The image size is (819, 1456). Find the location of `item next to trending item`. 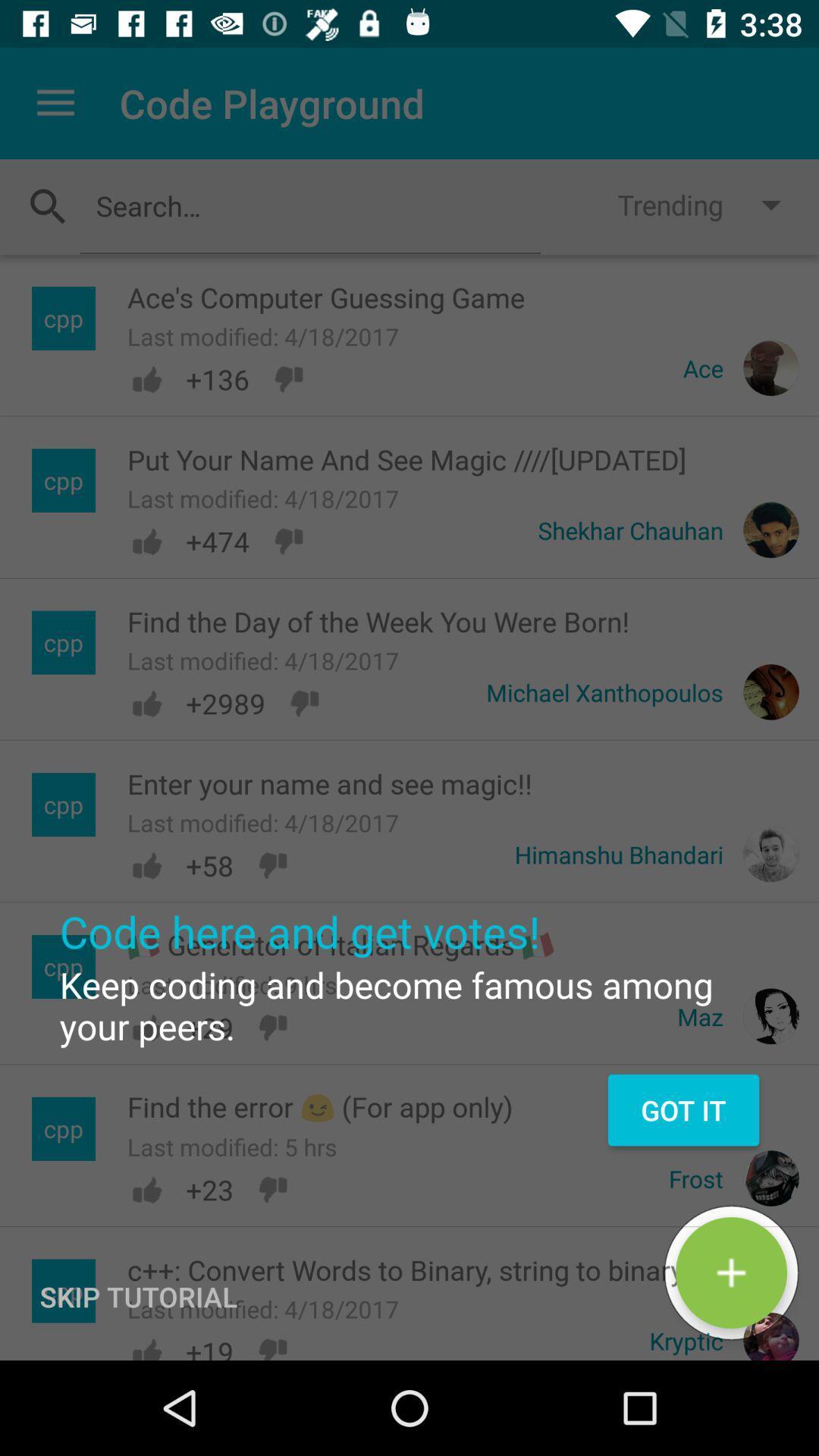

item next to trending item is located at coordinates (309, 205).